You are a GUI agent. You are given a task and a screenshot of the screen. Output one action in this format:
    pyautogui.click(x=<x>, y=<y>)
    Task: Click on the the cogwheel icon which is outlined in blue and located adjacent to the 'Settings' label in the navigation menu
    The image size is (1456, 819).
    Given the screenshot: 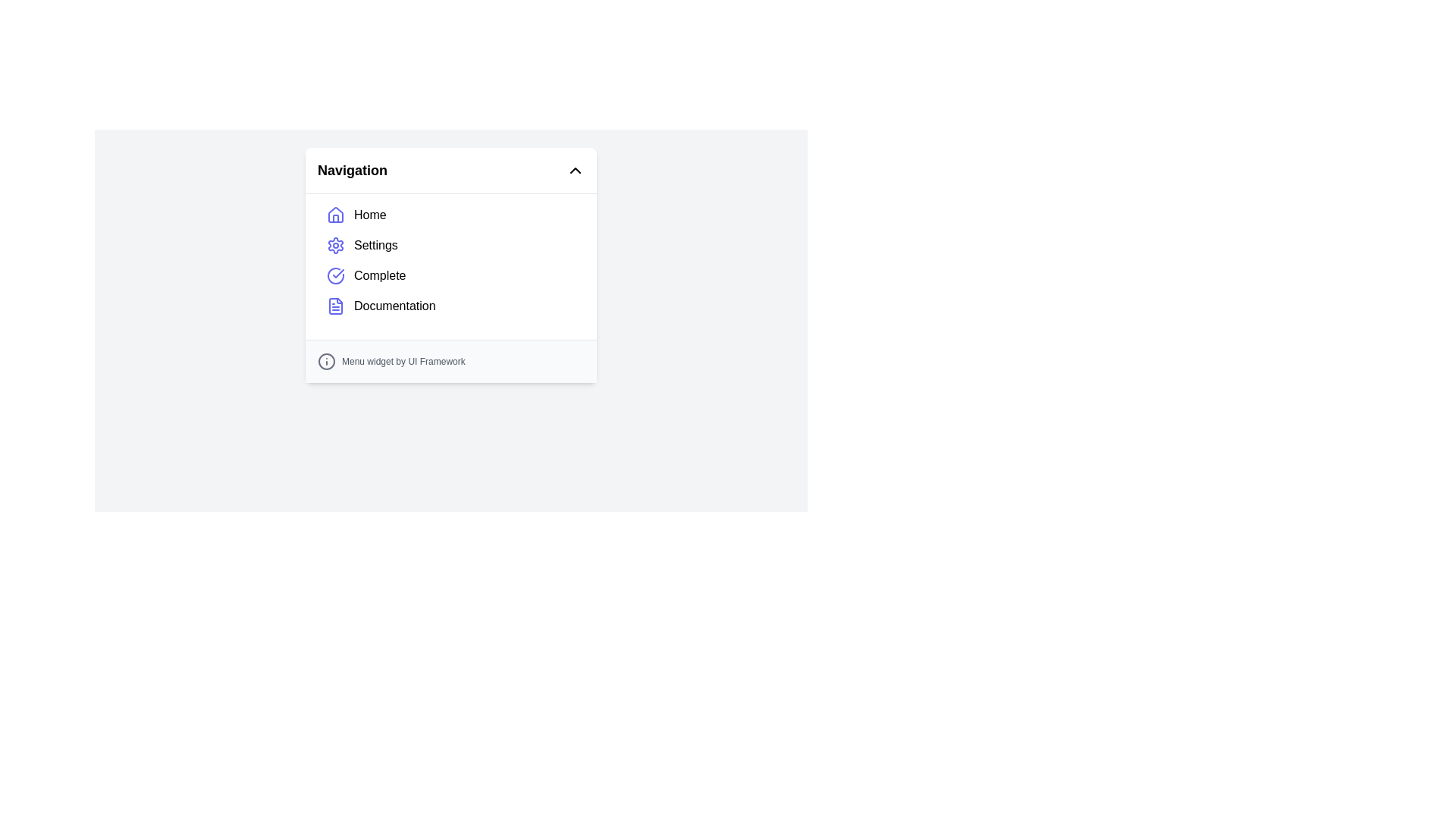 What is the action you would take?
    pyautogui.click(x=334, y=245)
    